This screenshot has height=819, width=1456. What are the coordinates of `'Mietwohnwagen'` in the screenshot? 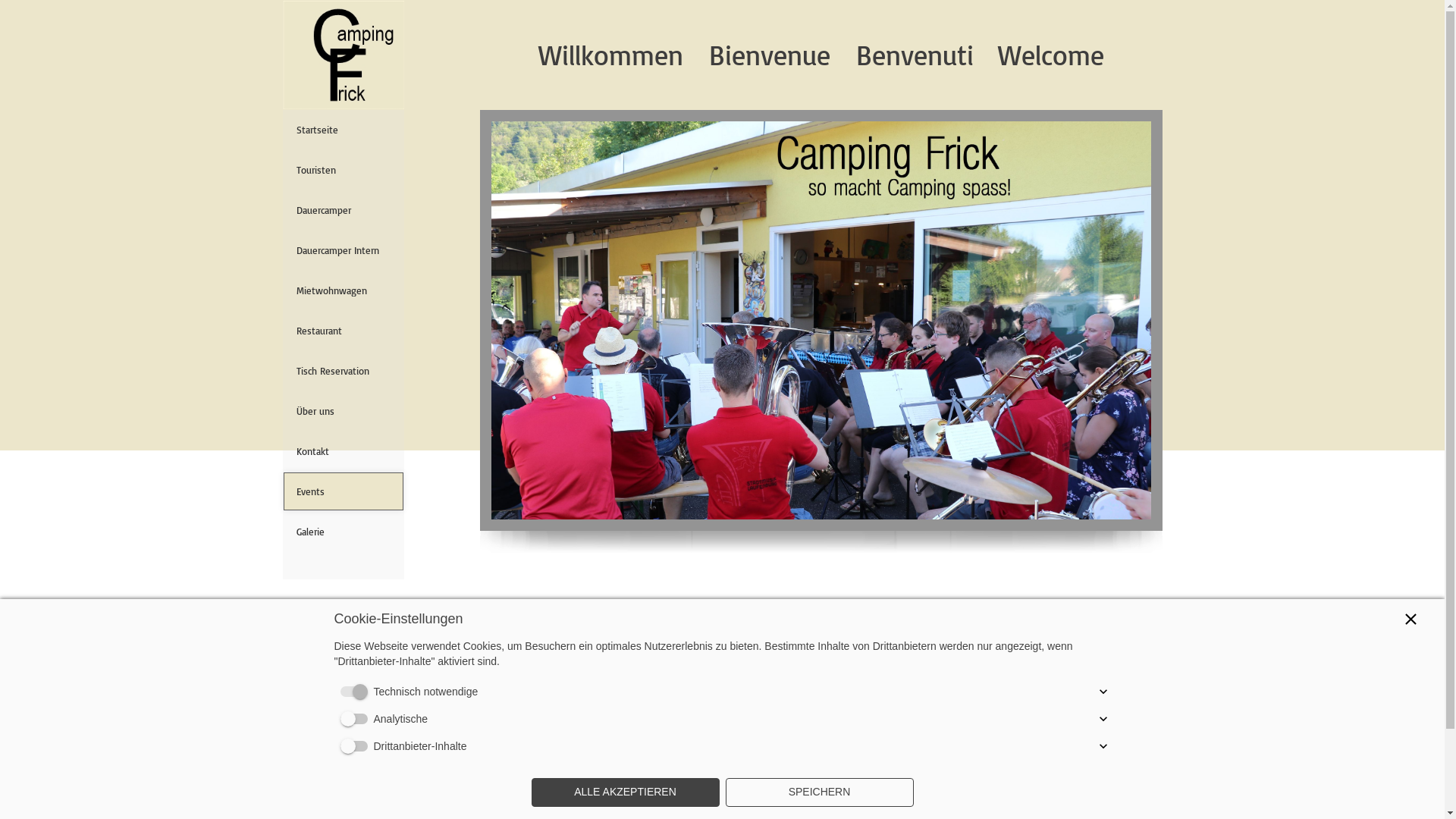 It's located at (341, 290).